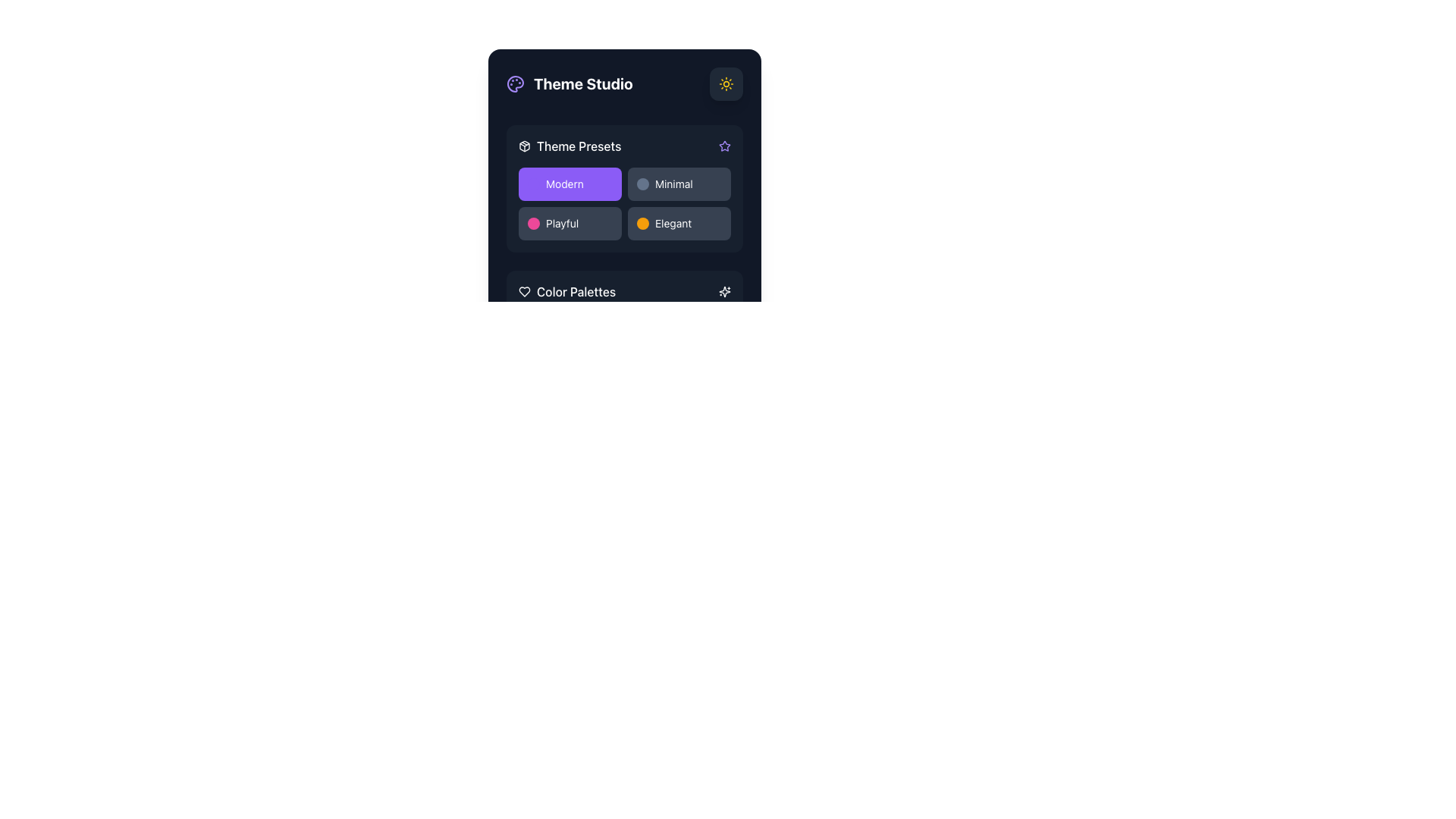  Describe the element at coordinates (570, 223) in the screenshot. I see `the 'Playful' theme button, which is the third item in a grid of theme preset options located beneath the 'Modern' button` at that location.